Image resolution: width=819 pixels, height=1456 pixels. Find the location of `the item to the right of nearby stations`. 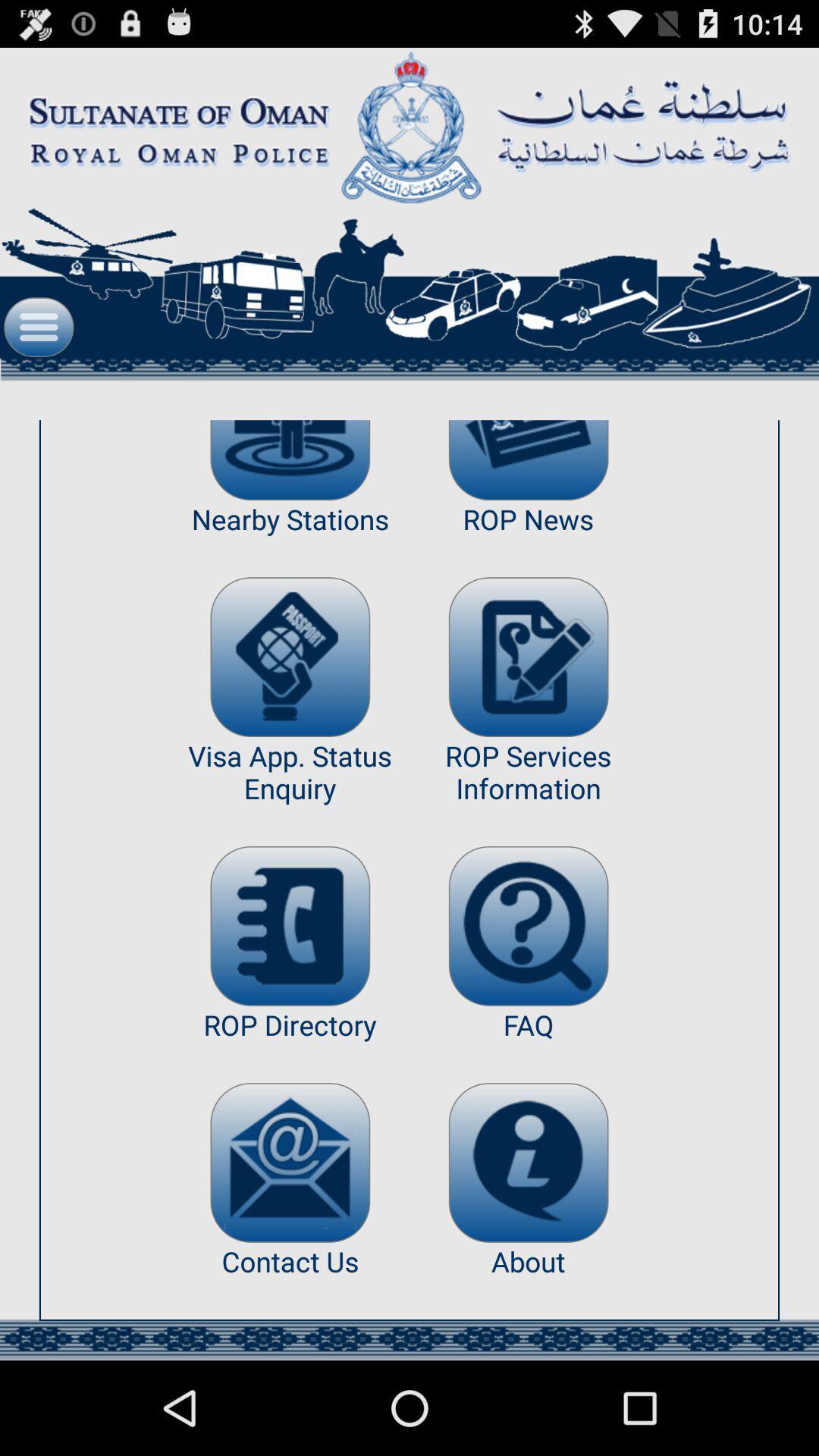

the item to the right of nearby stations is located at coordinates (528, 657).